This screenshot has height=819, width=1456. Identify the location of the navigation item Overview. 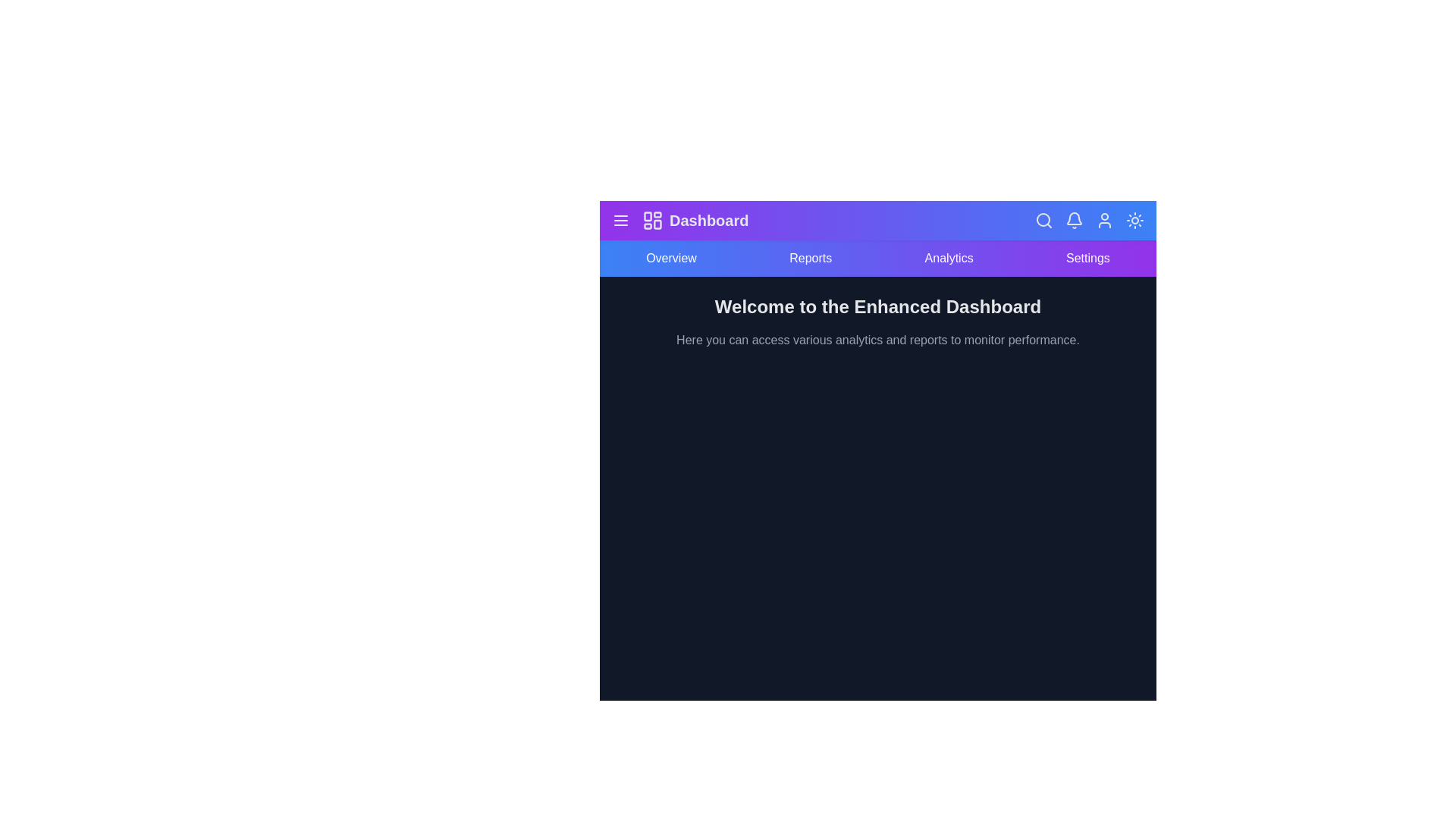
(670, 257).